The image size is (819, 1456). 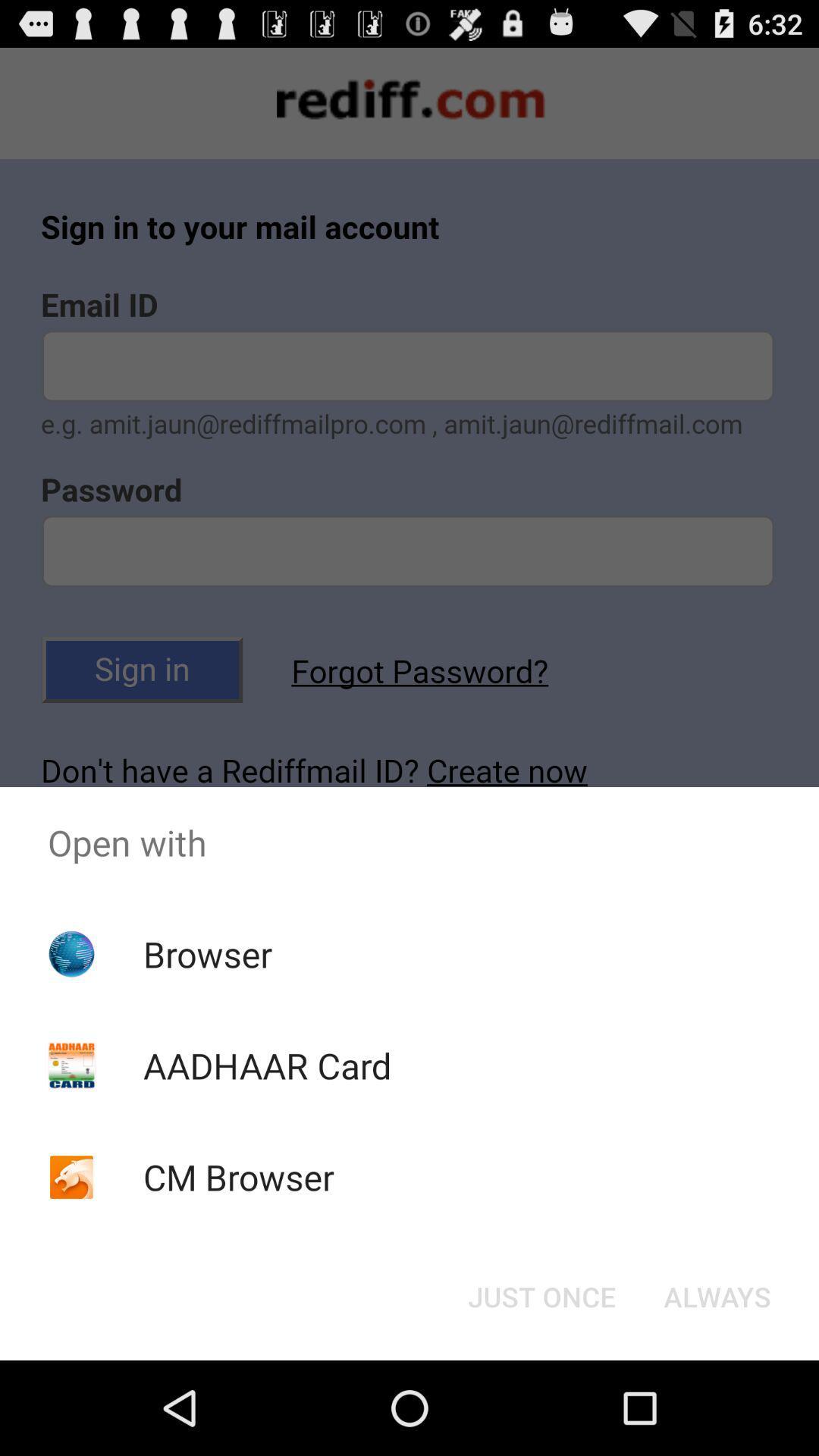 What do you see at coordinates (266, 1065) in the screenshot?
I see `the item below the browser item` at bounding box center [266, 1065].